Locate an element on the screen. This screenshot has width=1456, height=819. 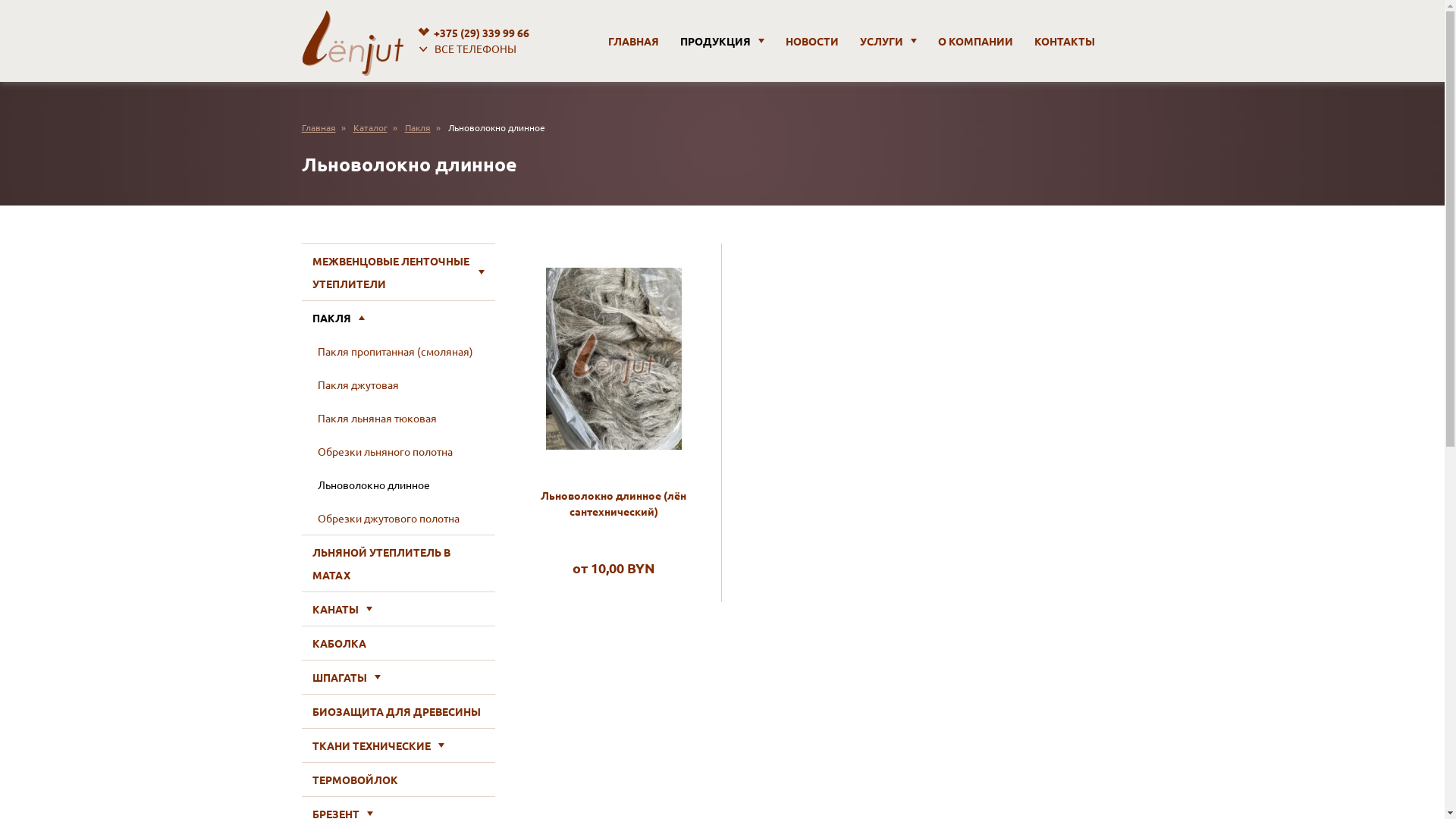
'+375 (29) 339 99 66' is located at coordinates (414, 33).